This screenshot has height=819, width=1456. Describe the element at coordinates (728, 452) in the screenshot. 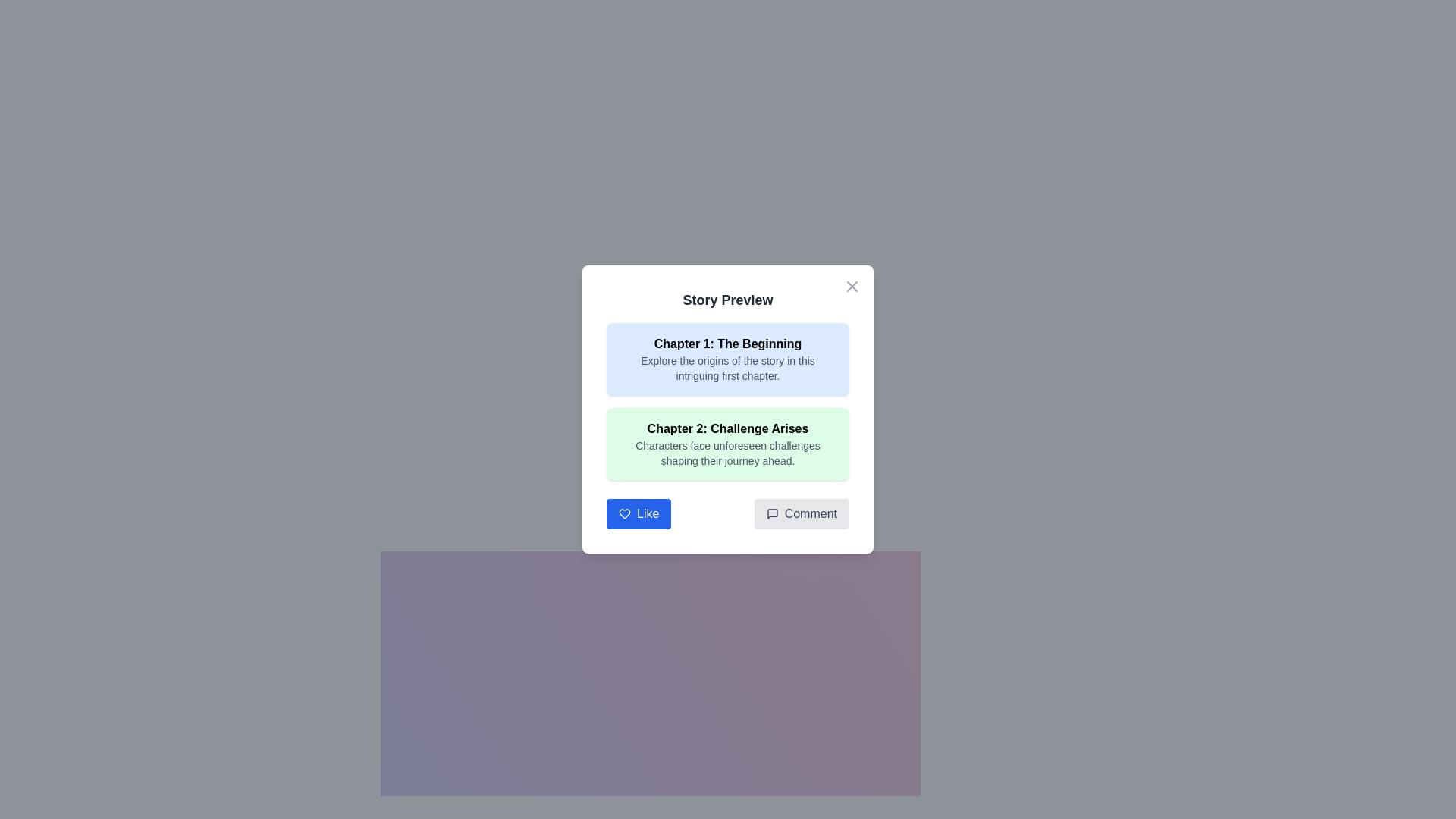

I see `the text element that reads 'Characters face unforeseen challenges shaping their journey ahead,' which is styled in gray and located within a green background box, positioned directly below the title text 'Chapter 2: Challenge Arises.'` at that location.